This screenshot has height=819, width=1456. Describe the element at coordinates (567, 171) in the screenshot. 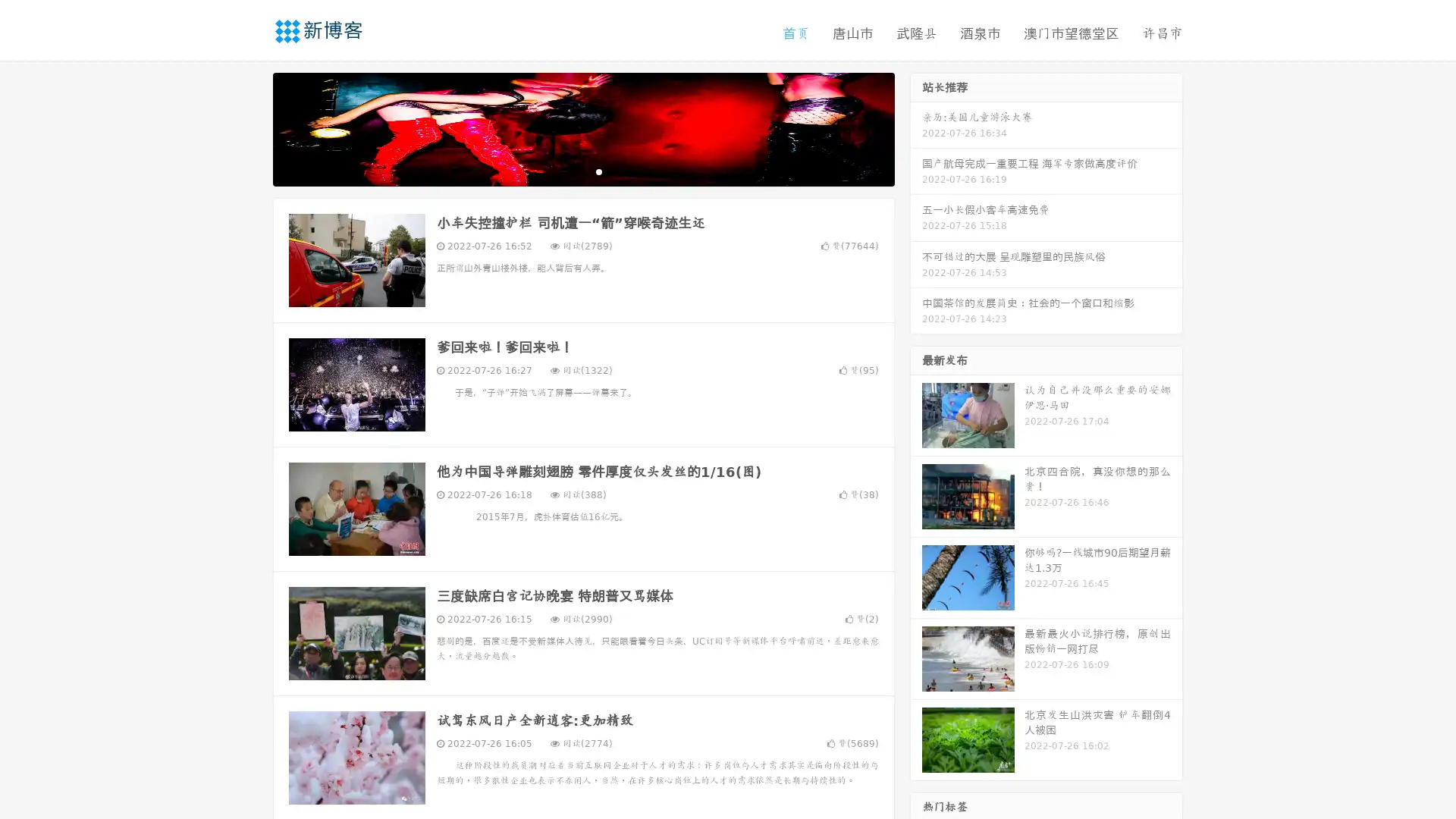

I see `Go to slide 1` at that location.